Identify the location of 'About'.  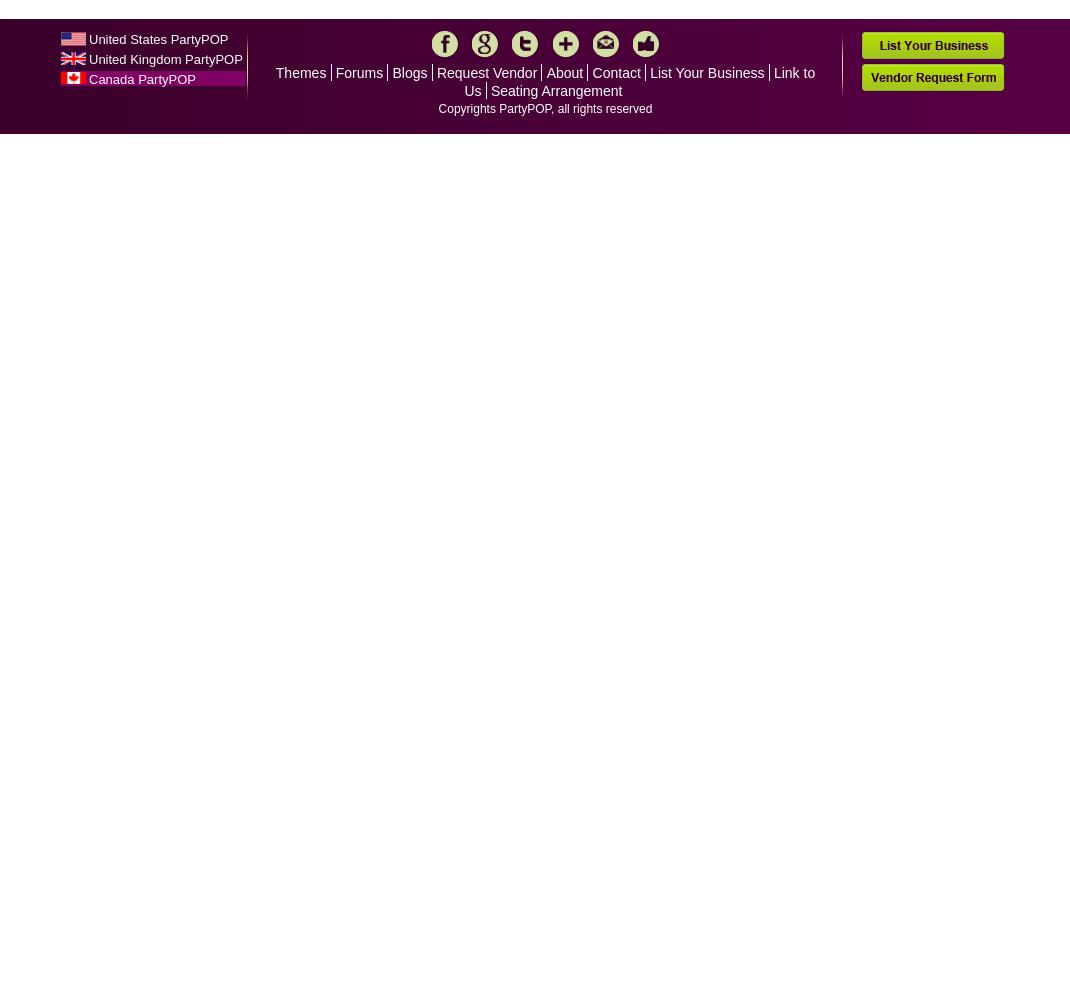
(563, 72).